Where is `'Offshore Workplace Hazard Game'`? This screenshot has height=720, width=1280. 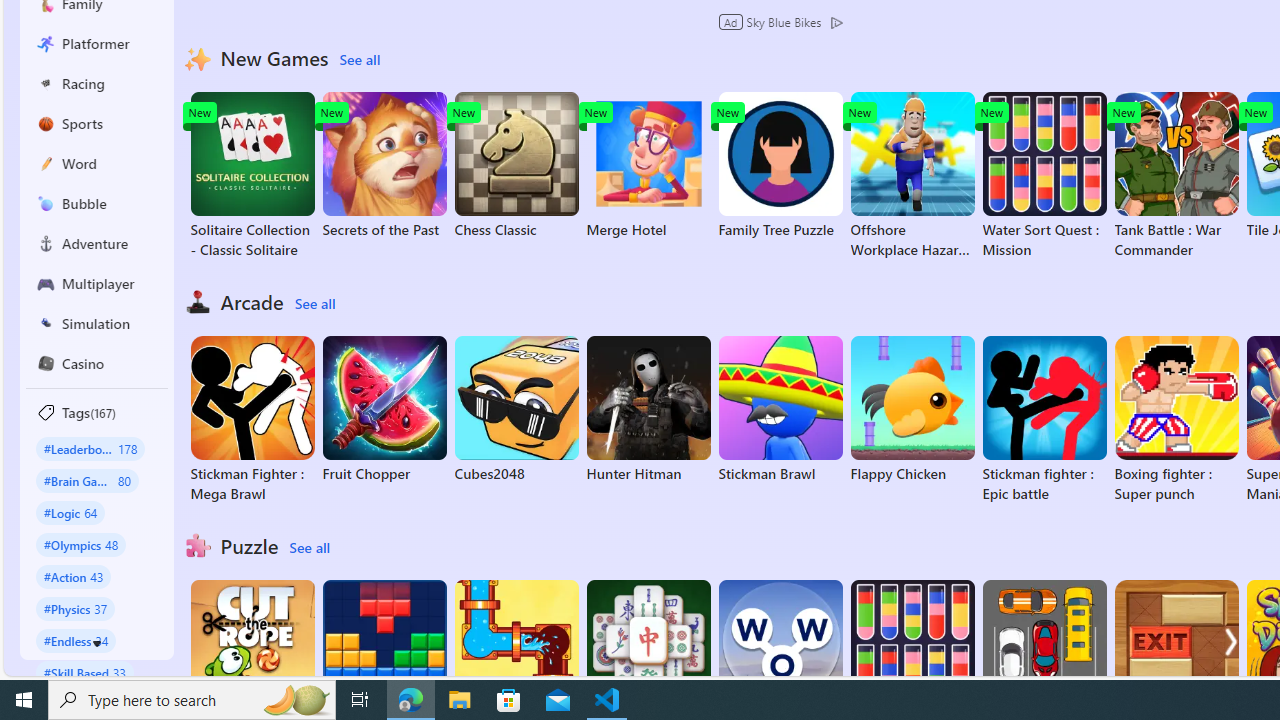
'Offshore Workplace Hazard Game' is located at coordinates (911, 175).